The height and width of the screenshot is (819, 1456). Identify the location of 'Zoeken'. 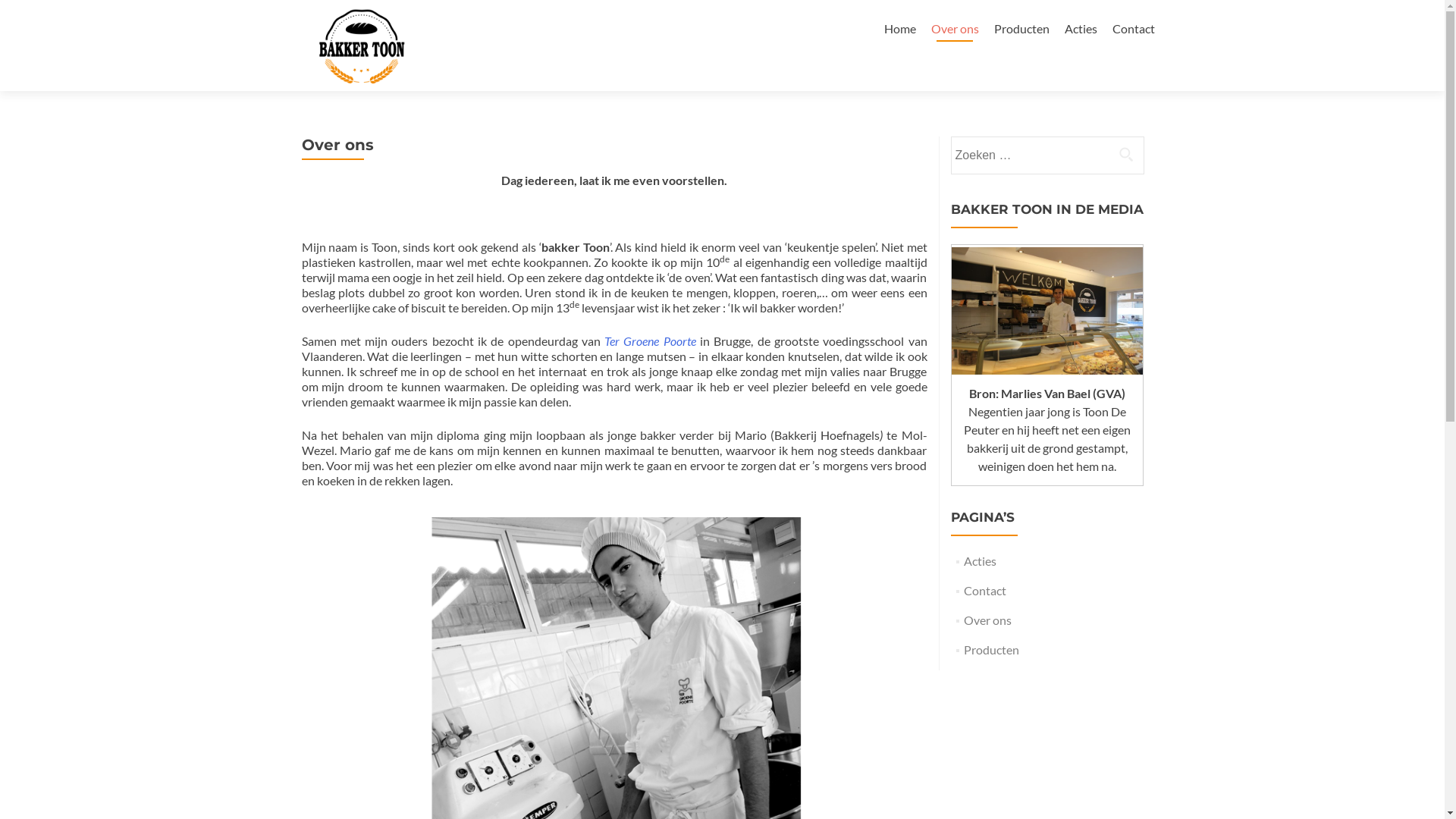
(1109, 154).